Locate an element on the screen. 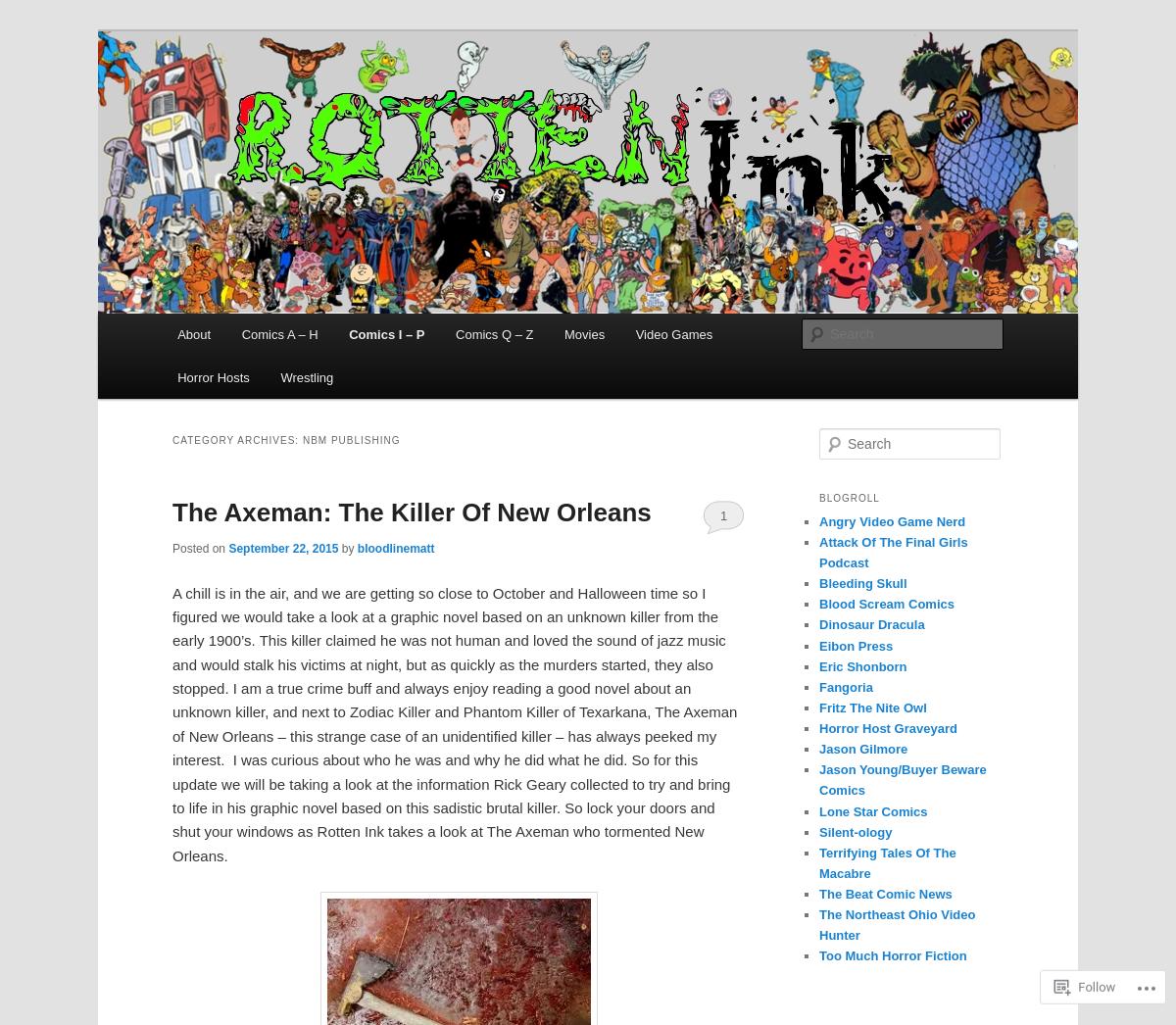 This screenshot has height=1025, width=1176. 'Blogroll' is located at coordinates (848, 497).